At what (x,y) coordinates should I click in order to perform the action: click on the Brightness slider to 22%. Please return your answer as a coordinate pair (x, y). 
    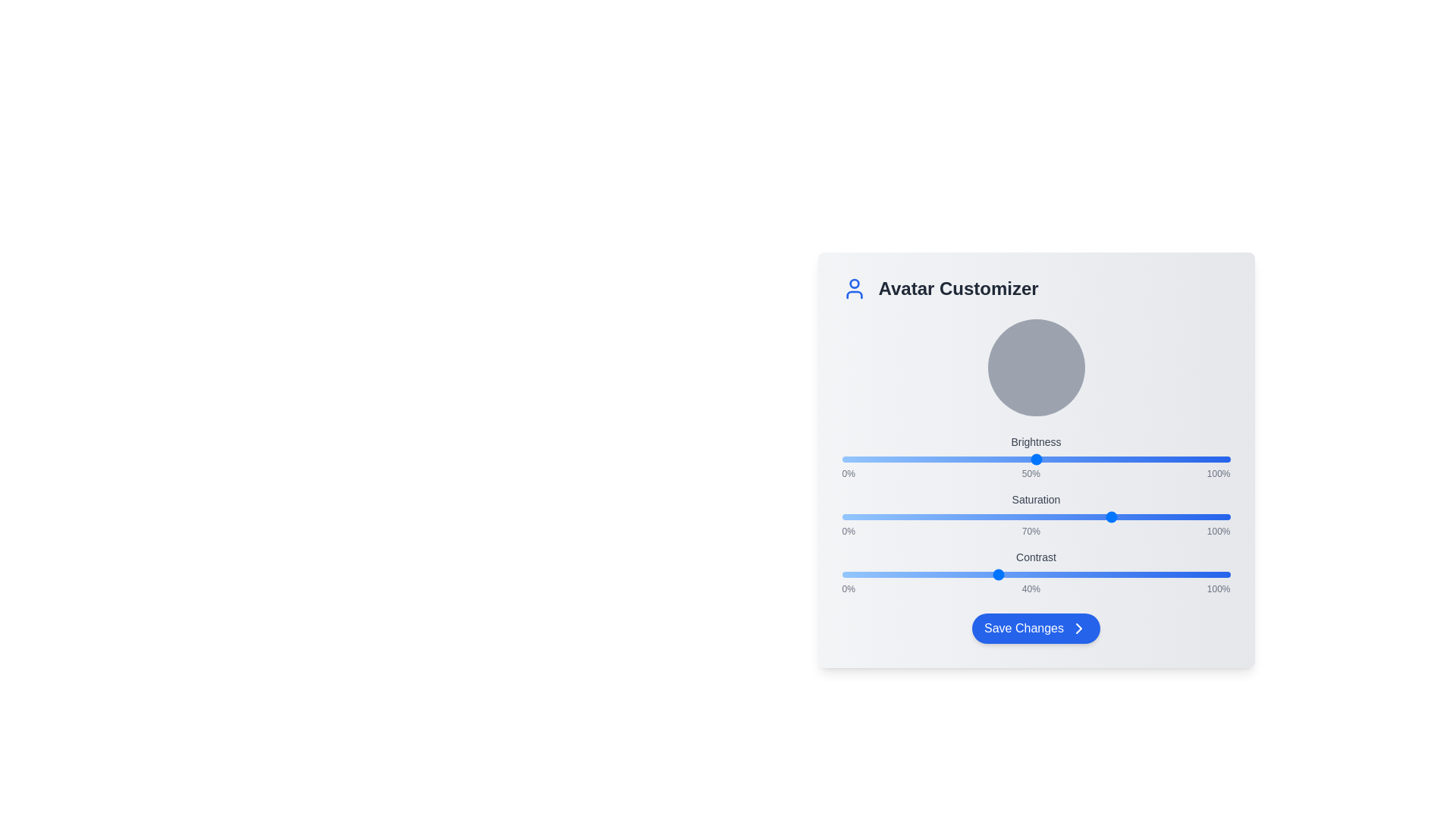
    Looking at the image, I should click on (927, 458).